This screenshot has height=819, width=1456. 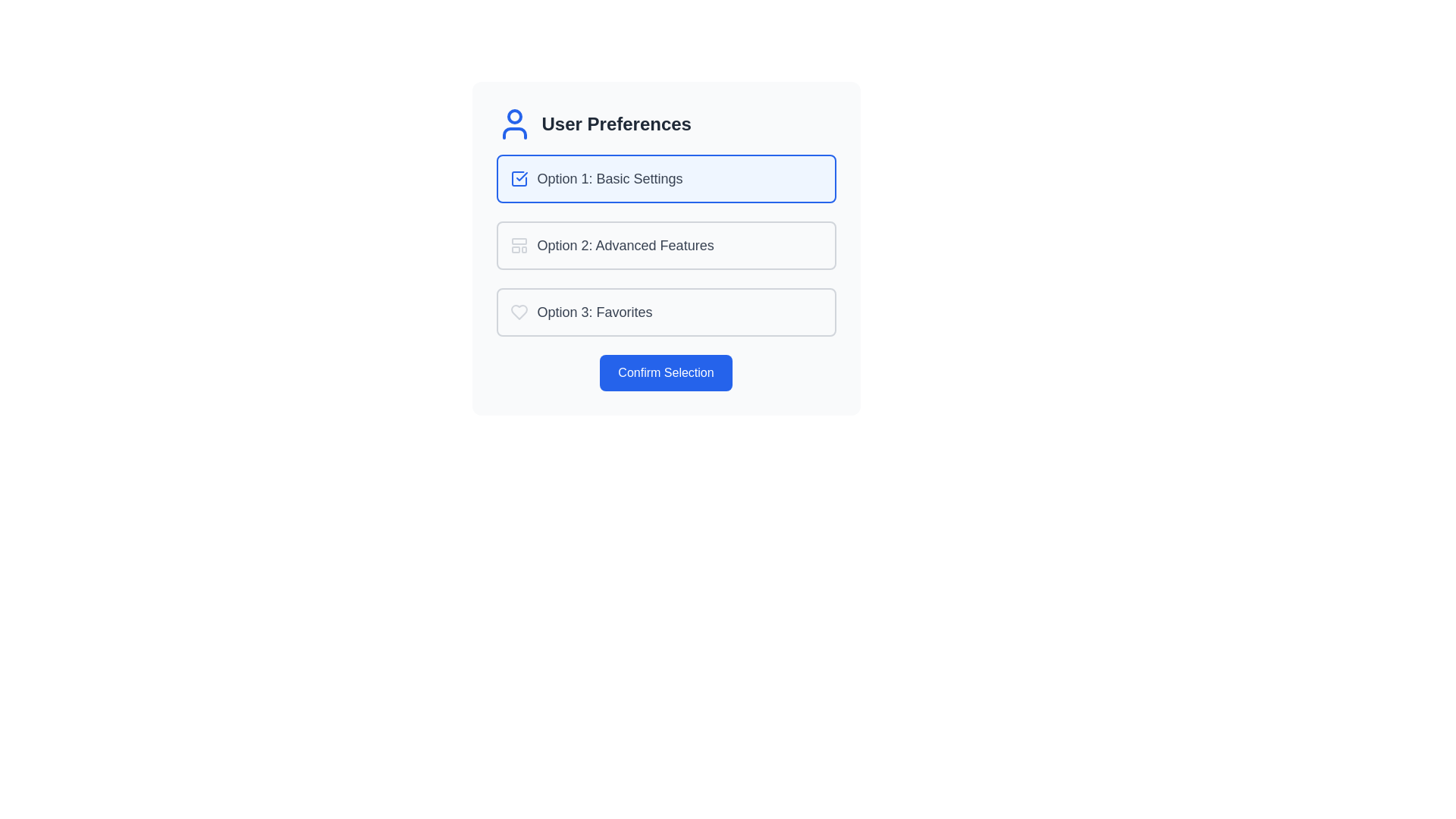 I want to click on the second selectable option in the 'User Preferences' card, so click(x=666, y=245).